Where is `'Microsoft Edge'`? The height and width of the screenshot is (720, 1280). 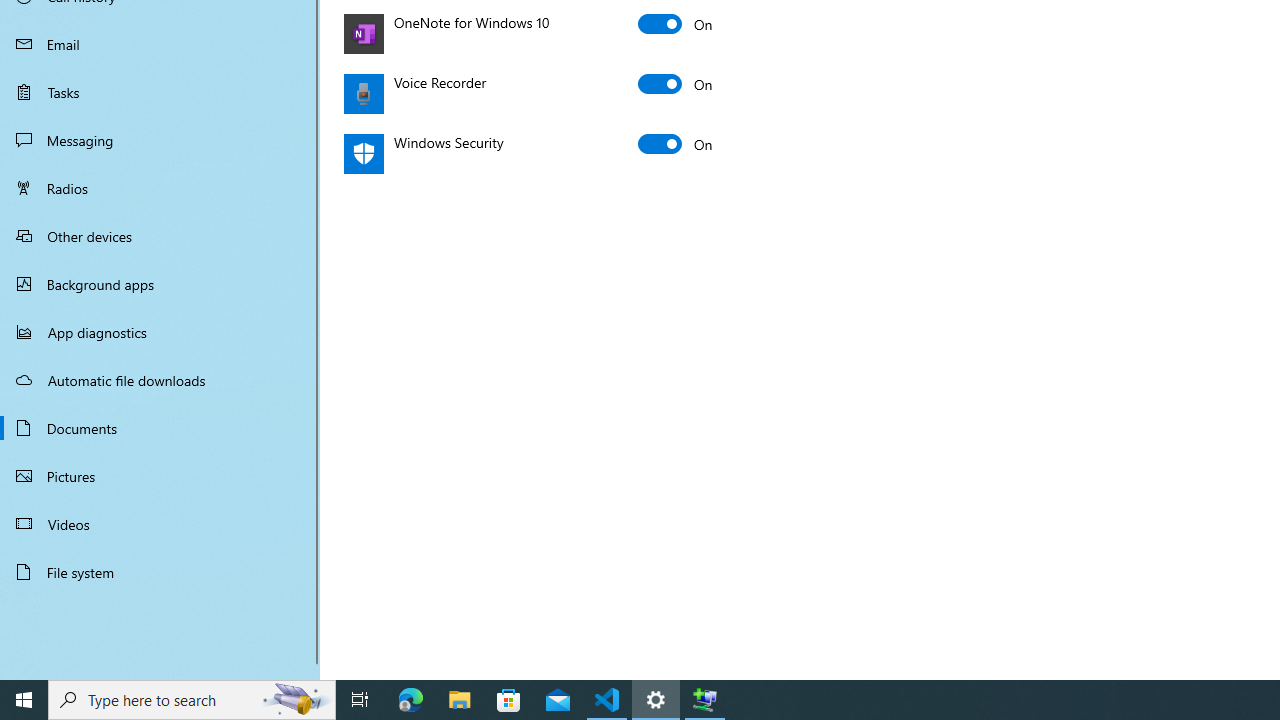
'Microsoft Edge' is located at coordinates (410, 698).